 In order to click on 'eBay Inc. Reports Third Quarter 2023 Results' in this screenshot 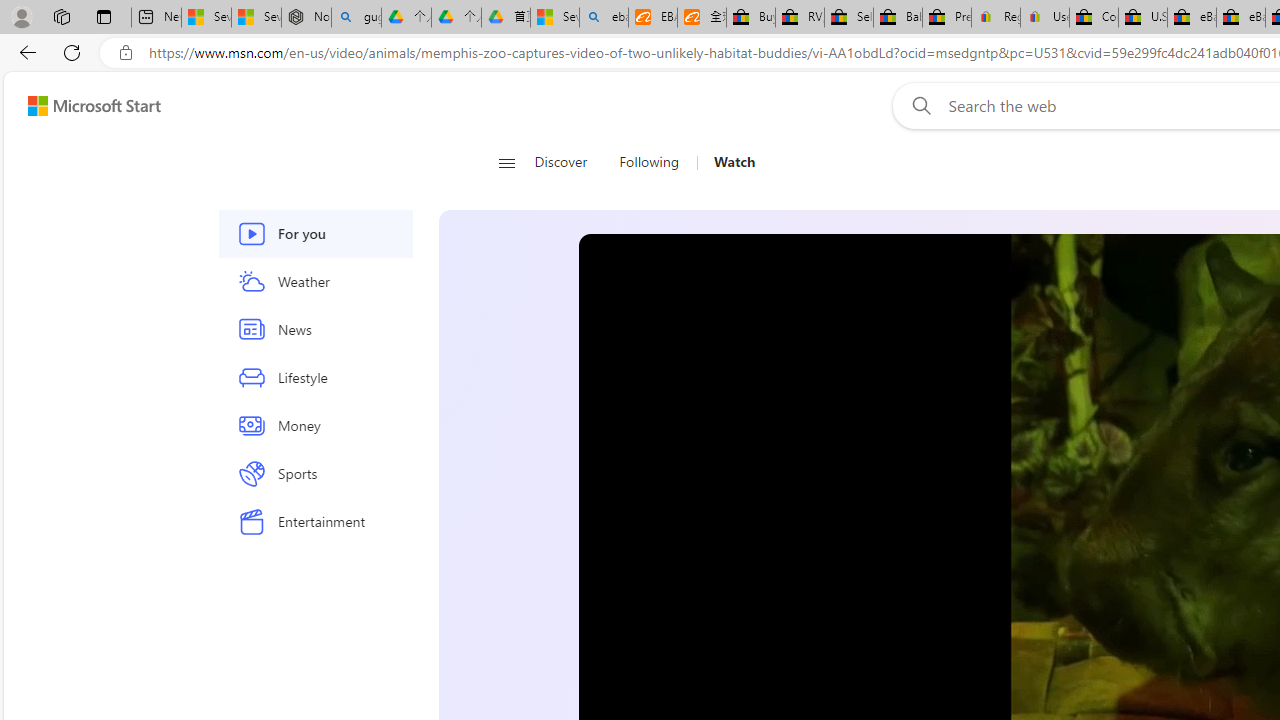, I will do `click(1239, 17)`.